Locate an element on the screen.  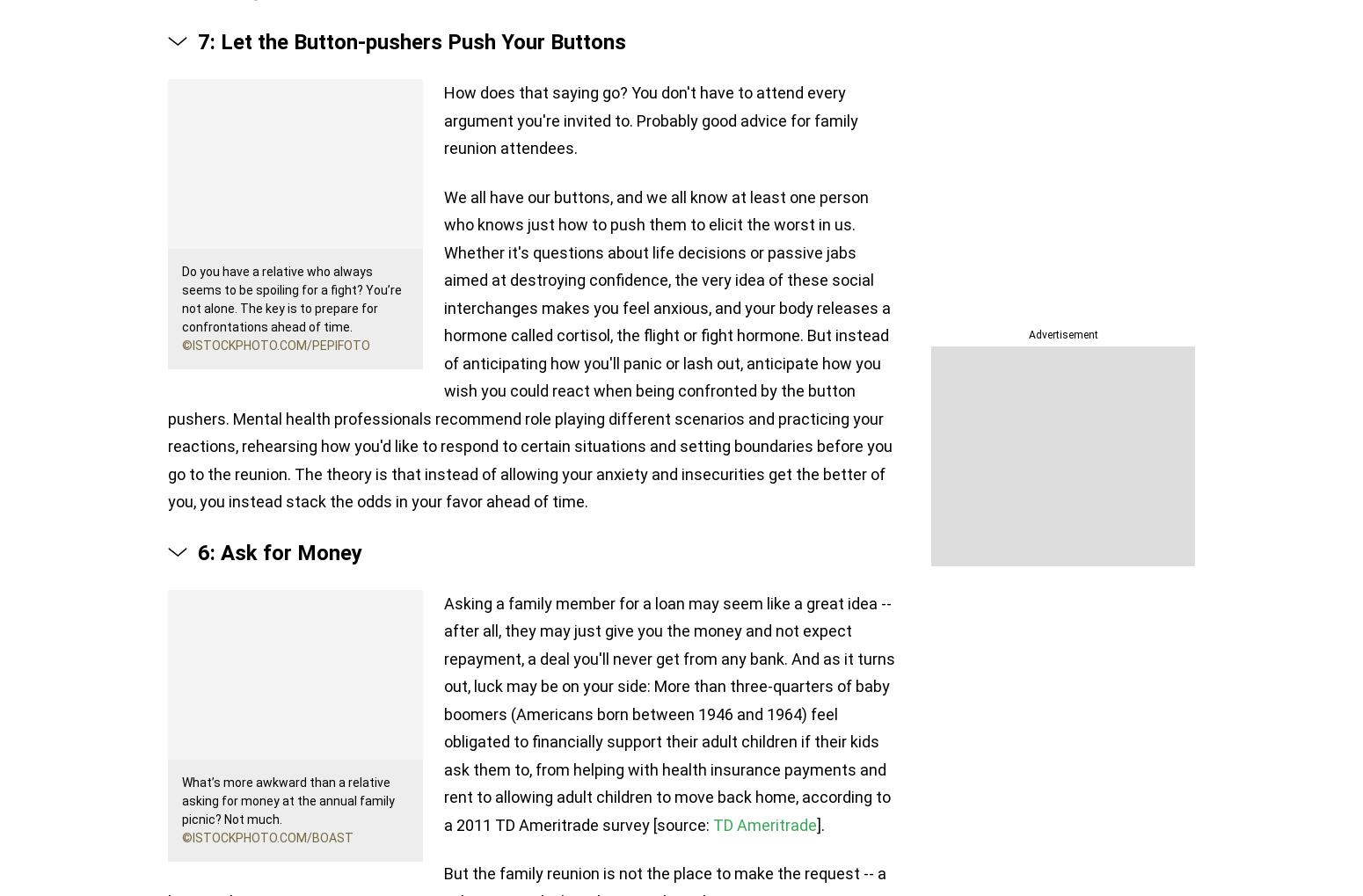
'].' is located at coordinates (820, 823).